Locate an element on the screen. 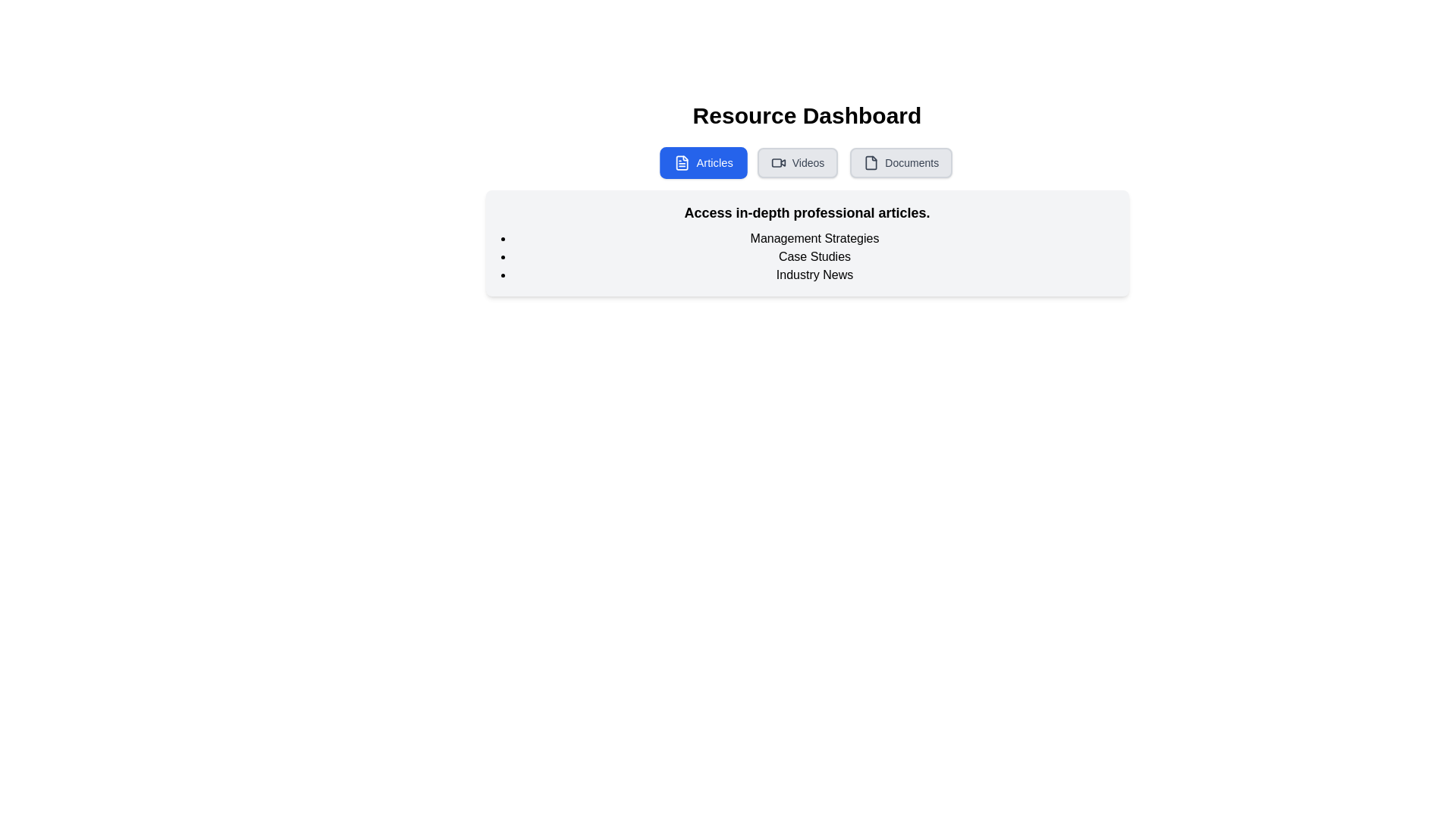 Image resolution: width=1456 pixels, height=819 pixels. the 'Documents' button, which is represented by an icon resembling a document file located in the top-right corner of the set of three buttons labeled 'Articles,' 'Videos,' and 'Documents.' is located at coordinates (871, 163).